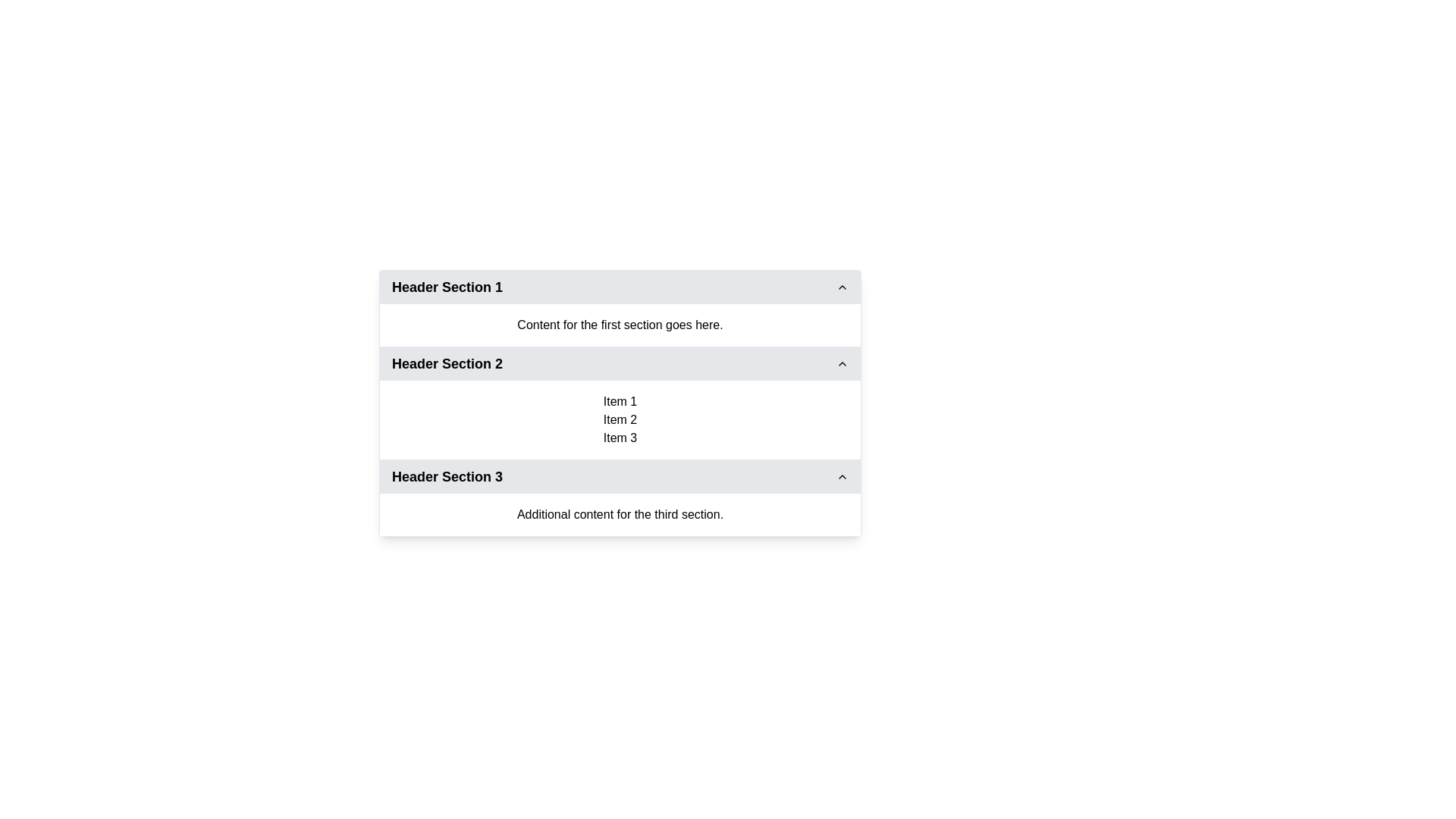 This screenshot has height=819, width=1456. What do you see at coordinates (620, 475) in the screenshot?
I see `the Toggle header labeled 'Header Section 3', which has a light gray background and a chevron-up arrow icon` at bounding box center [620, 475].